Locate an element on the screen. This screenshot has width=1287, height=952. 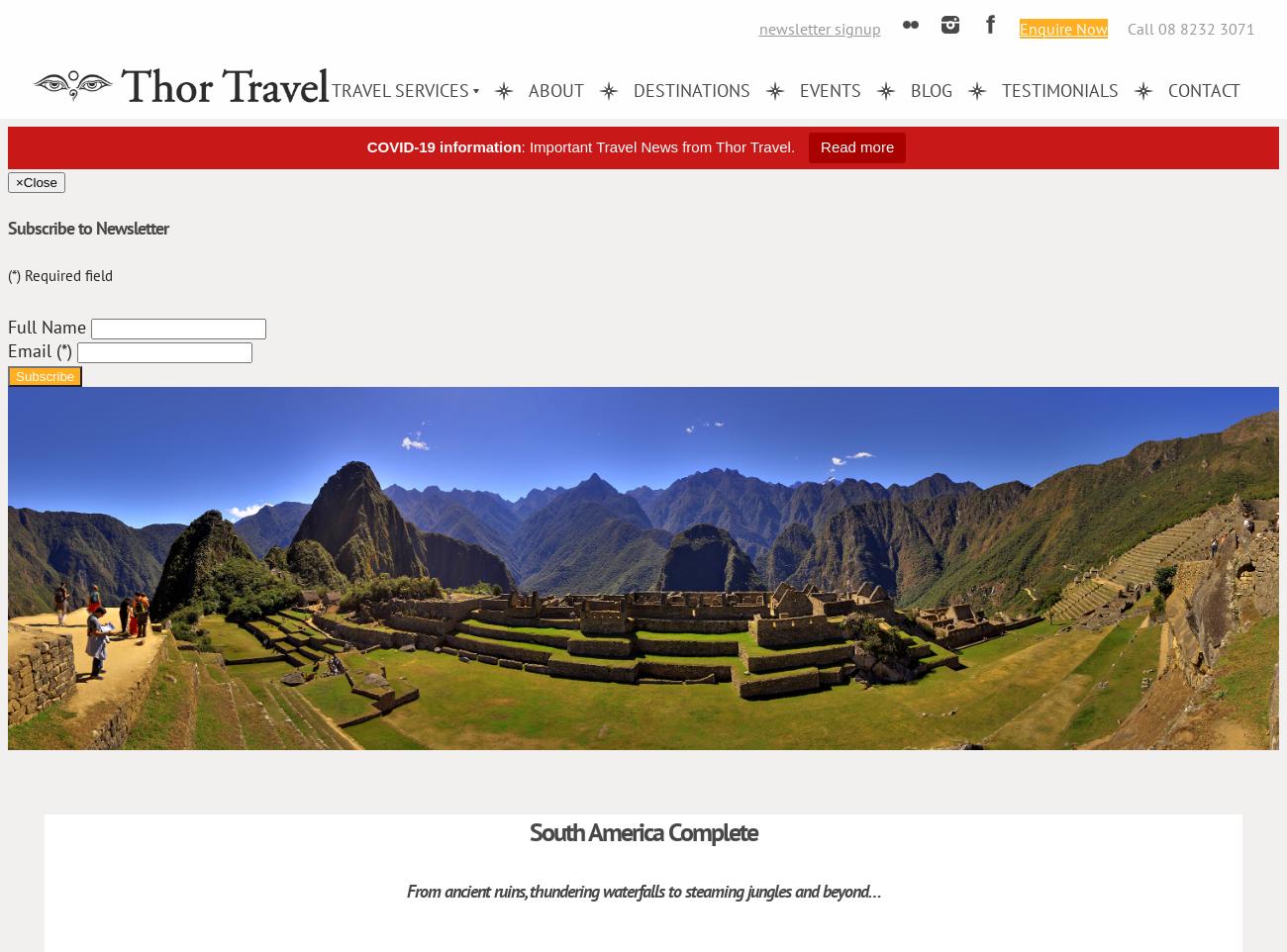
'Email' is located at coordinates (31, 349).